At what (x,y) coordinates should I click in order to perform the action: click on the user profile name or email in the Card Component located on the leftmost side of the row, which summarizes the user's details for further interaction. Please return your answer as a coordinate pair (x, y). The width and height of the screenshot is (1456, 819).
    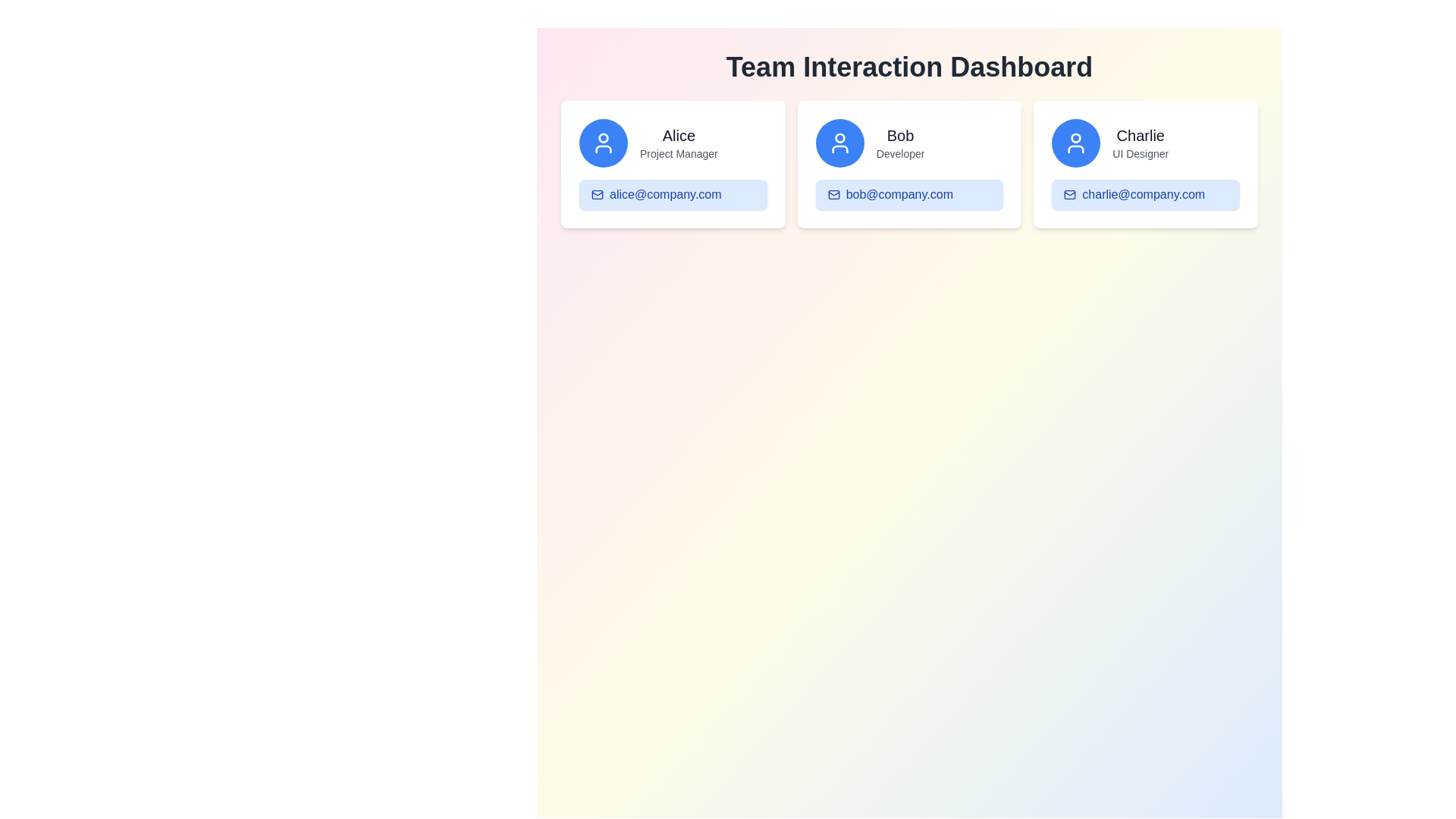
    Looking at the image, I should click on (672, 164).